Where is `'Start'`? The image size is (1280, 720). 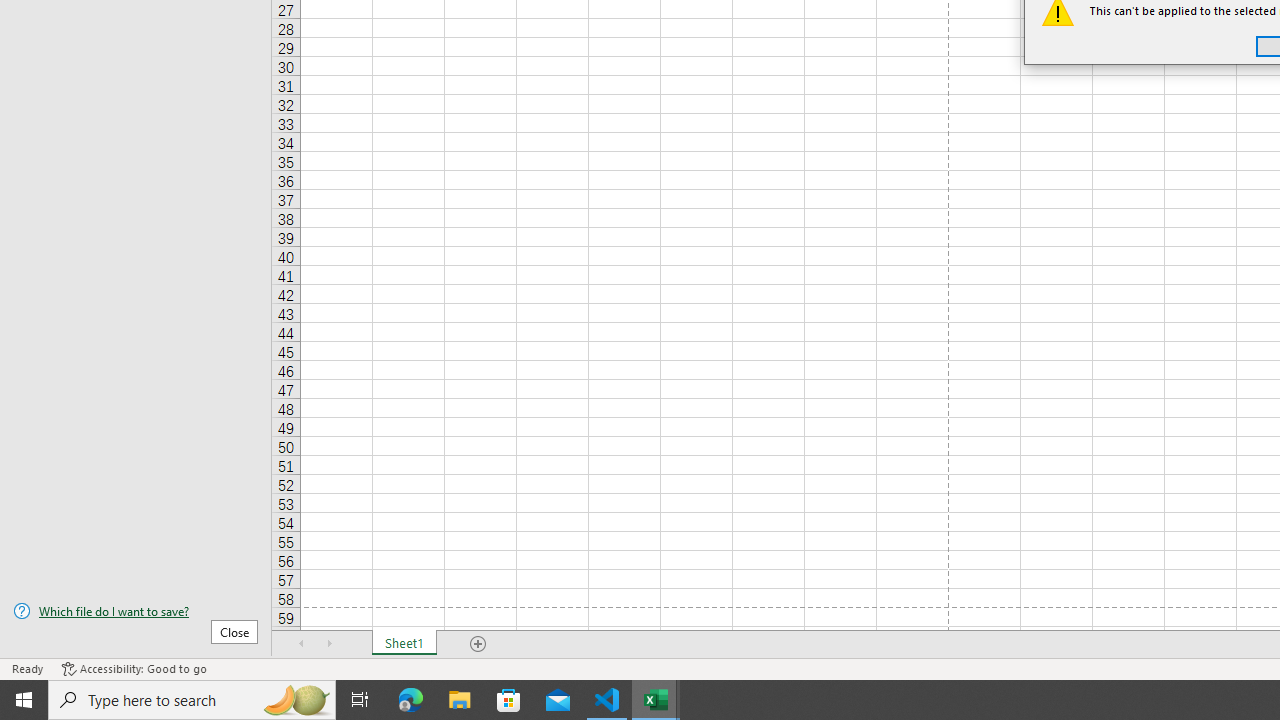 'Start' is located at coordinates (24, 698).